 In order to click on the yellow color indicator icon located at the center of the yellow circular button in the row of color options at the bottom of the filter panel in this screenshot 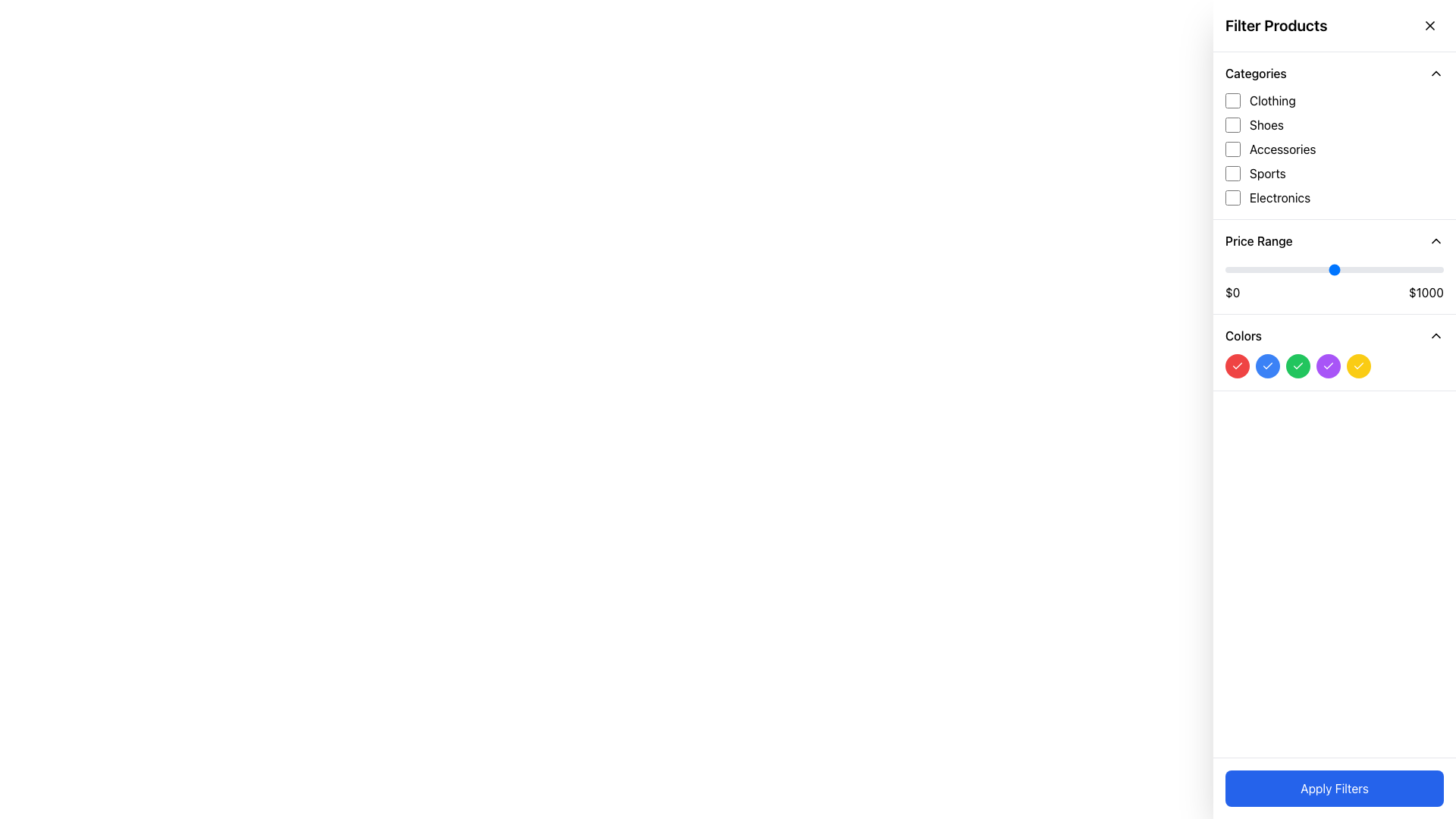, I will do `click(1358, 366)`.